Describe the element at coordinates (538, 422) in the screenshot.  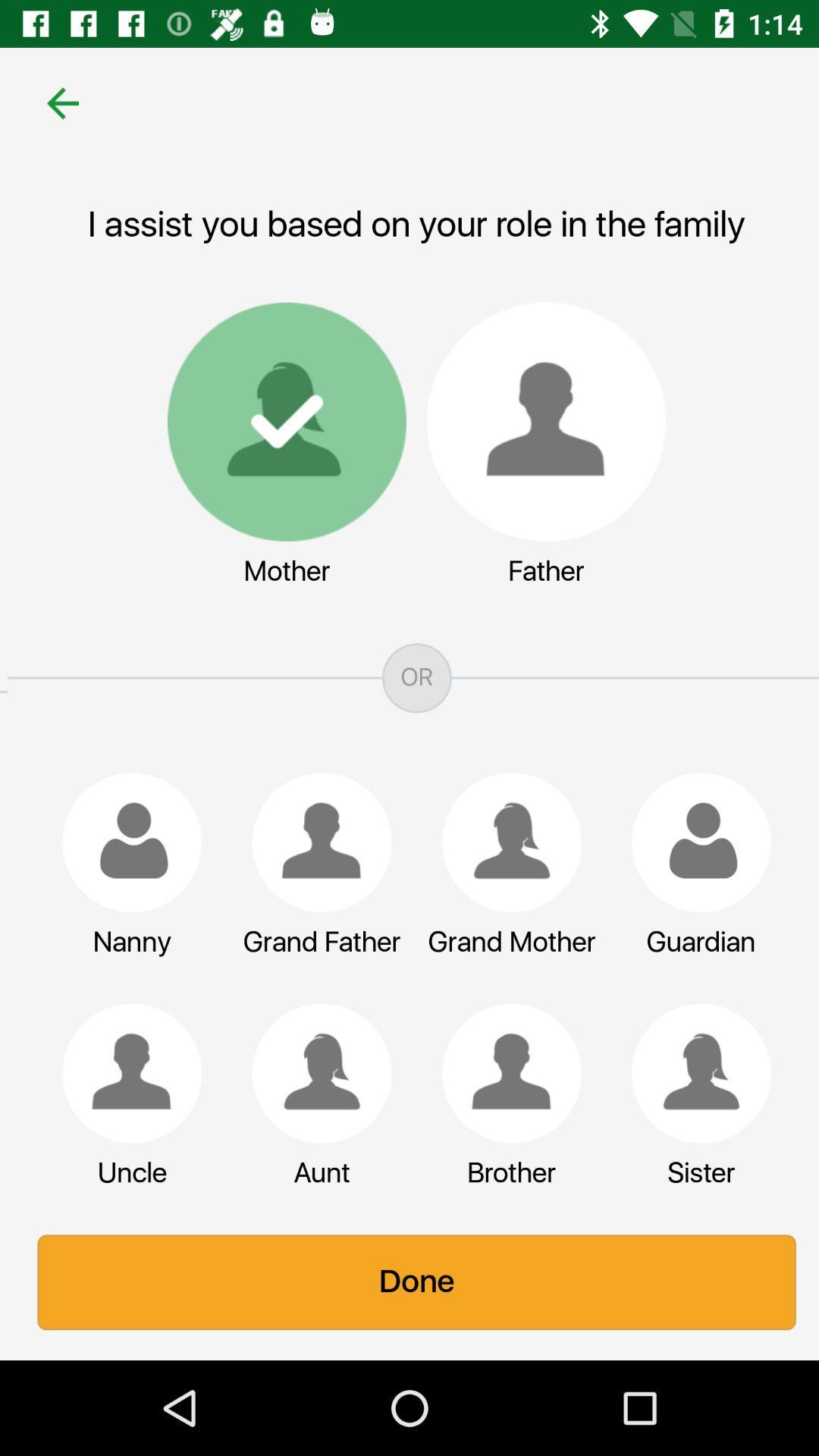
I see `switch to father` at that location.